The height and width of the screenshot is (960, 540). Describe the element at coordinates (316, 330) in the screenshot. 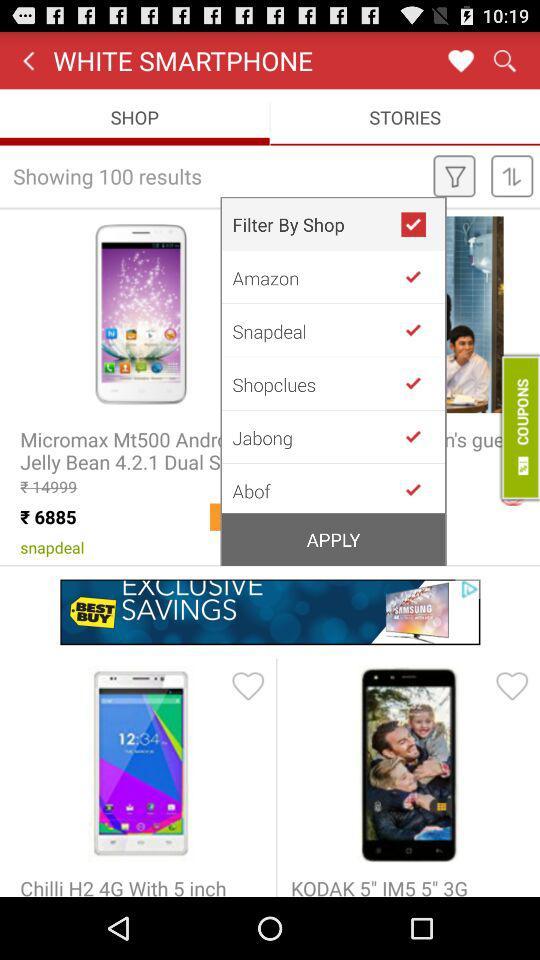

I see `snapdeal` at that location.